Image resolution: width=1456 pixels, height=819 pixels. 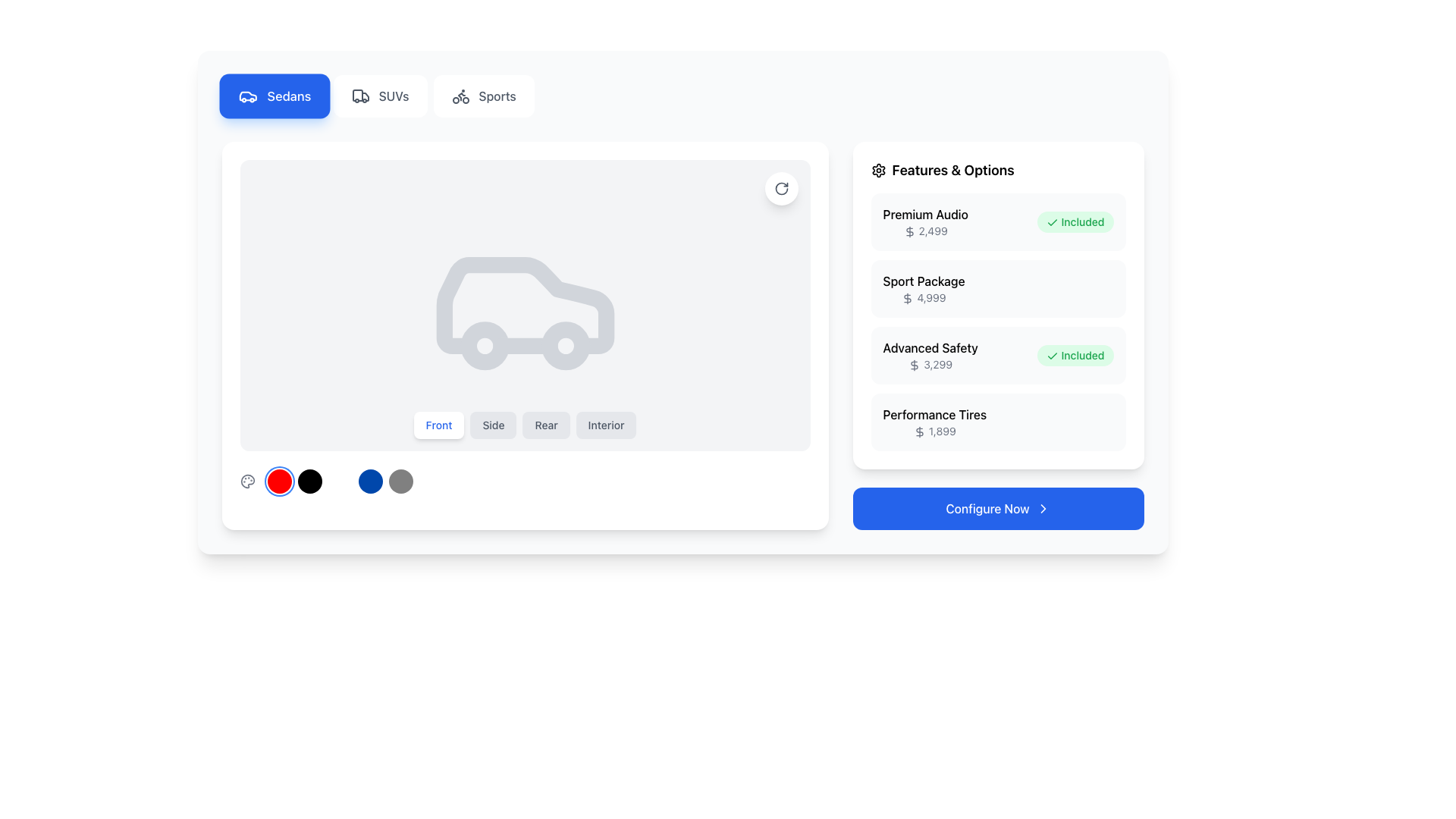 I want to click on the 'Sports' button, which is labeled with the text 'Sports' and has a bicycle icon, so click(x=483, y=96).